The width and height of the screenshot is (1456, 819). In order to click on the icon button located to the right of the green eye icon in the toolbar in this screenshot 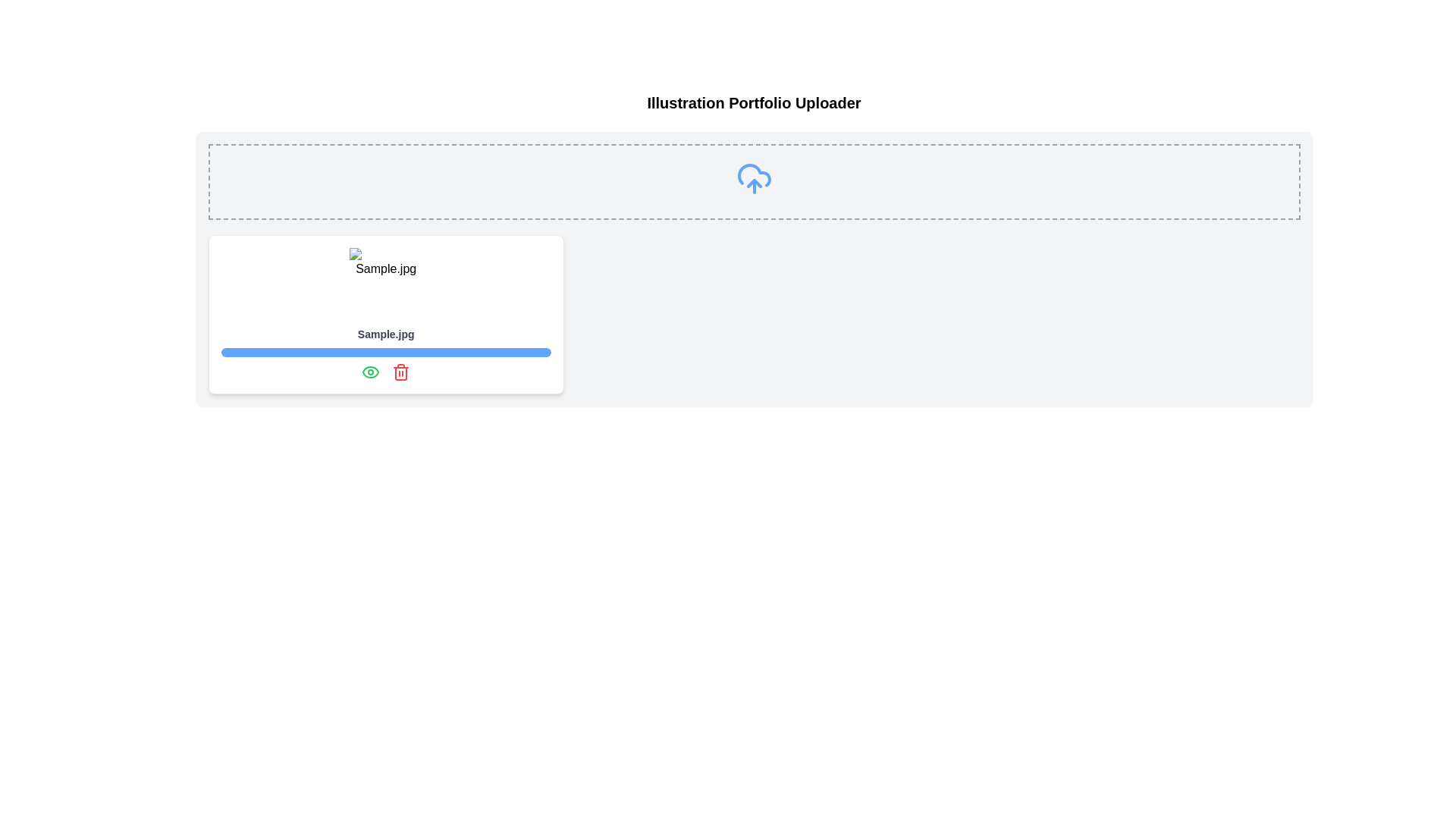, I will do `click(401, 372)`.